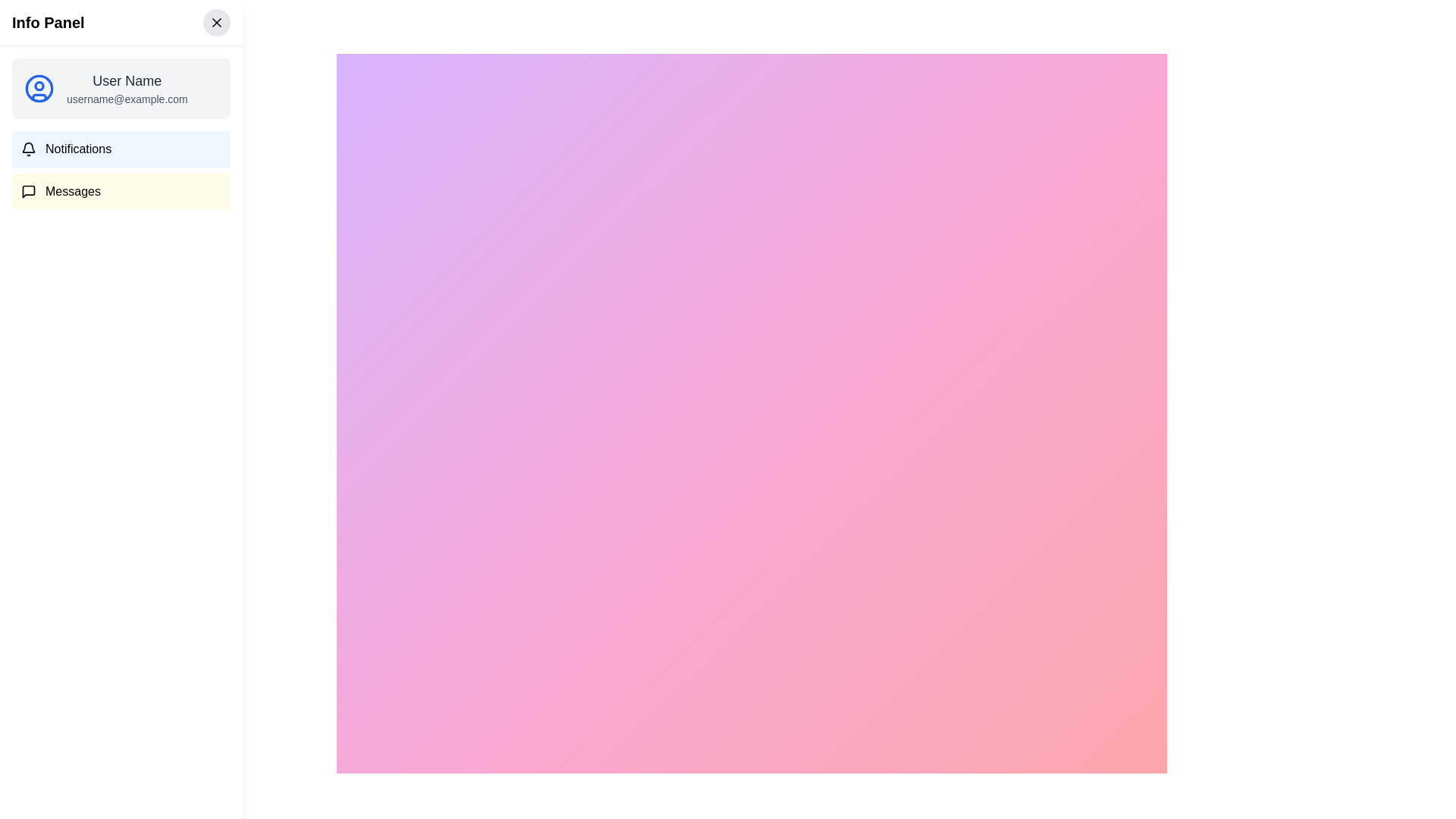  Describe the element at coordinates (39, 85) in the screenshot. I see `the decorative shape within the user icon, which represents a feature of the face or head, located slightly above the center of the larger circular user icon` at that location.